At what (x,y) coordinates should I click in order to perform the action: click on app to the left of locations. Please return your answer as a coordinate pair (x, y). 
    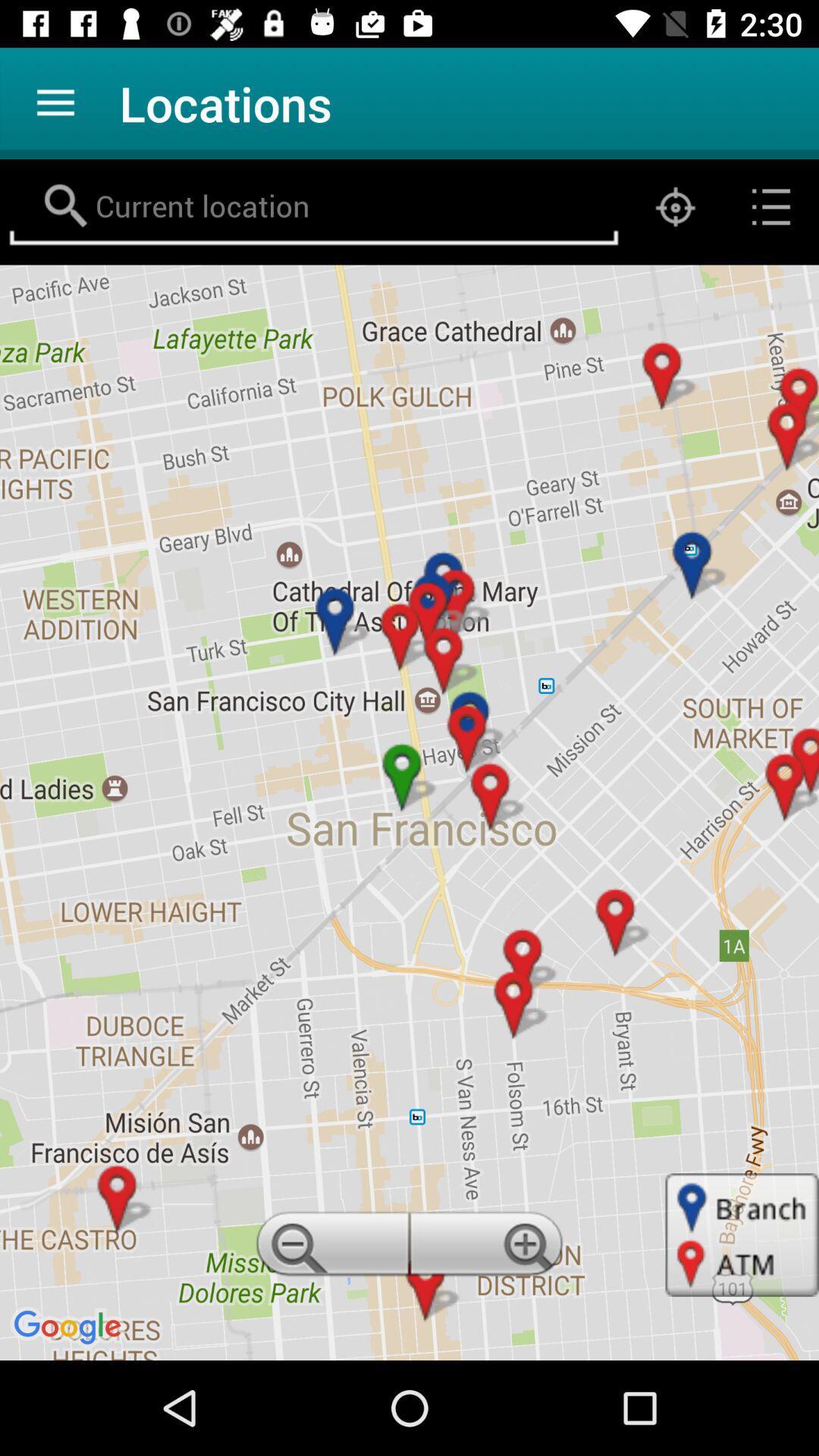
    Looking at the image, I should click on (55, 102).